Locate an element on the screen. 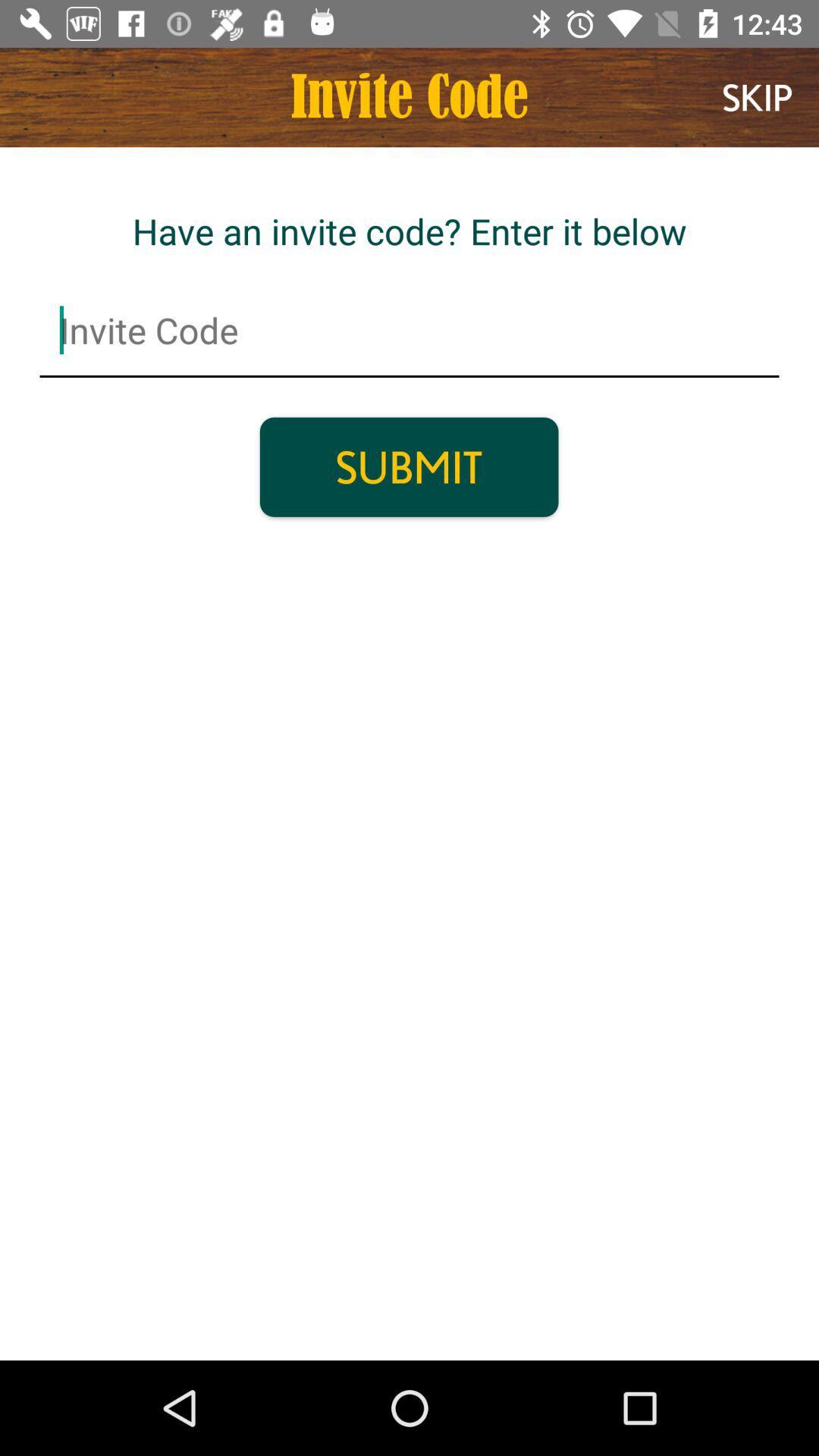  item next to the invite code item is located at coordinates (757, 96).